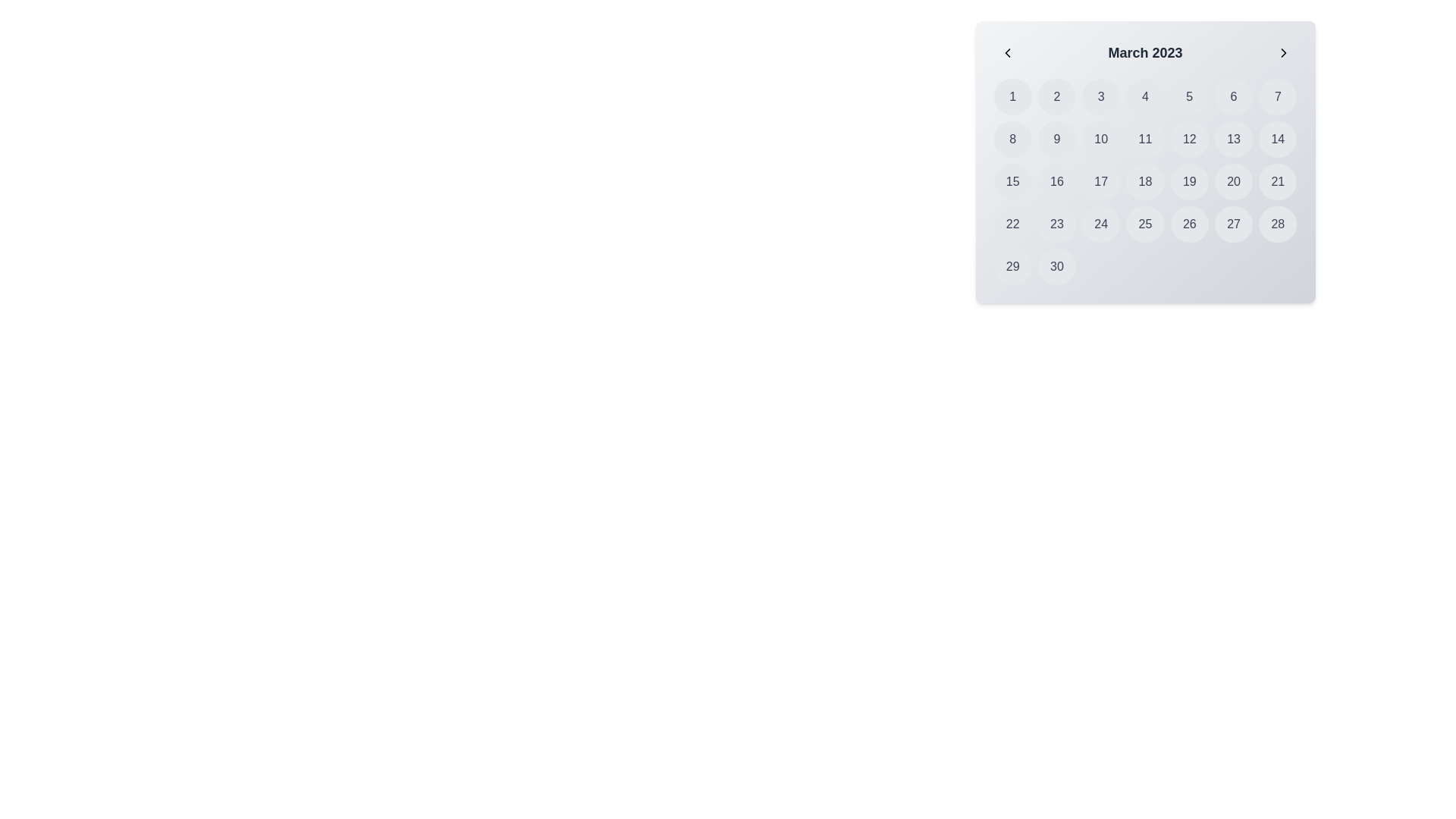 Image resolution: width=1456 pixels, height=819 pixels. Describe the element at coordinates (1101, 140) in the screenshot. I see `the circular button labeled '10' with a gray background` at that location.